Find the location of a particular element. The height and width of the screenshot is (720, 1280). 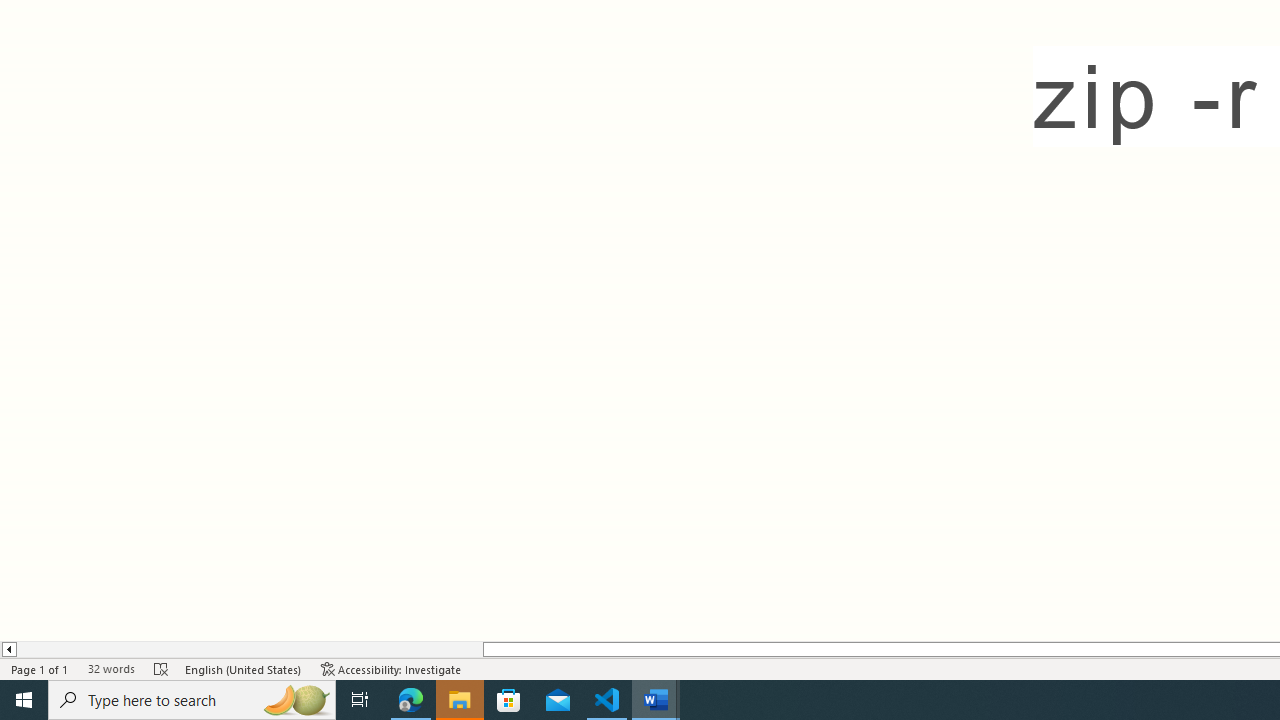

'Spelling and Grammar Check Errors' is located at coordinates (161, 669).